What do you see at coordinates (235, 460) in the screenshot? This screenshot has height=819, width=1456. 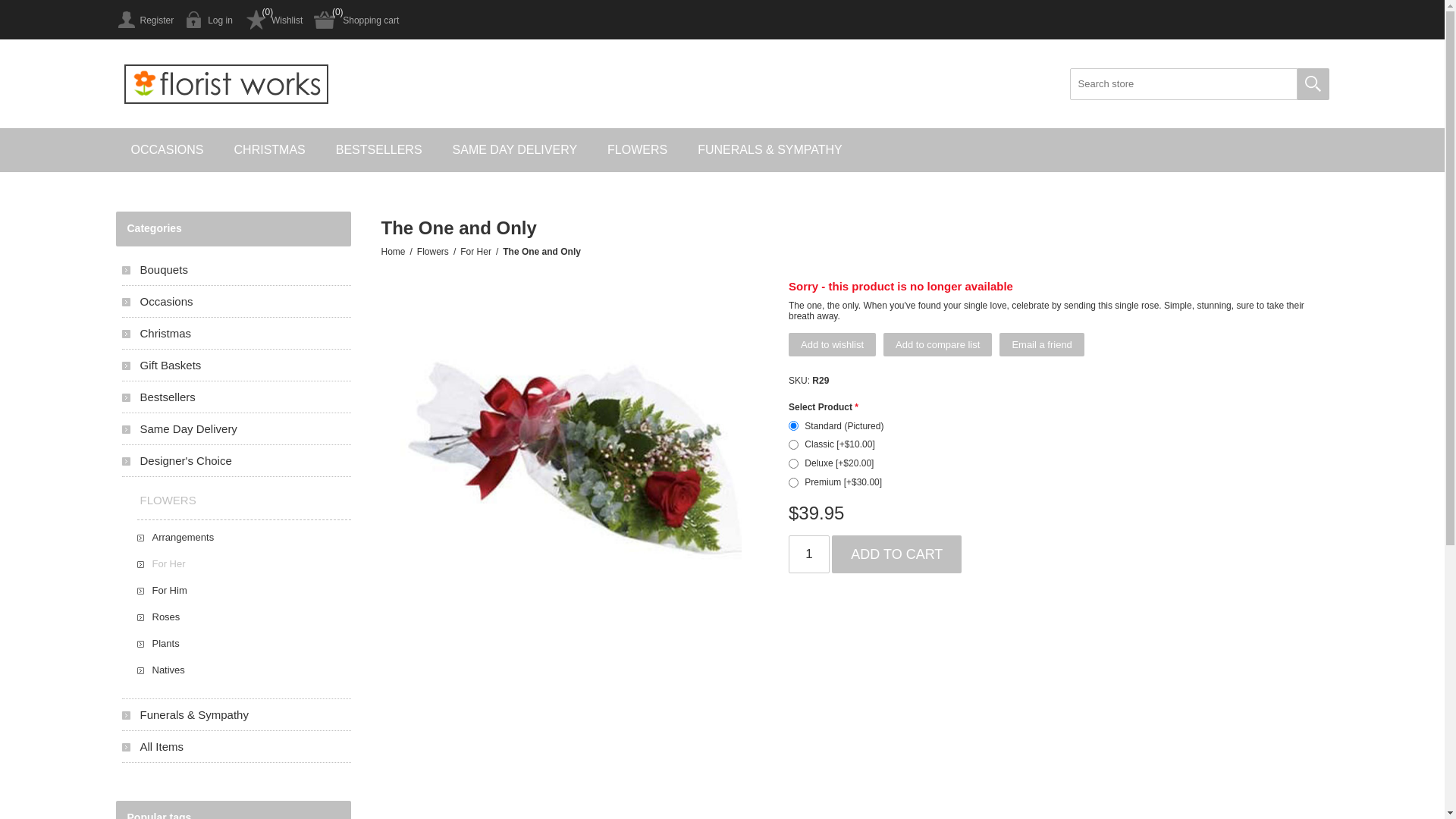 I see `'Designer's Choice'` at bounding box center [235, 460].